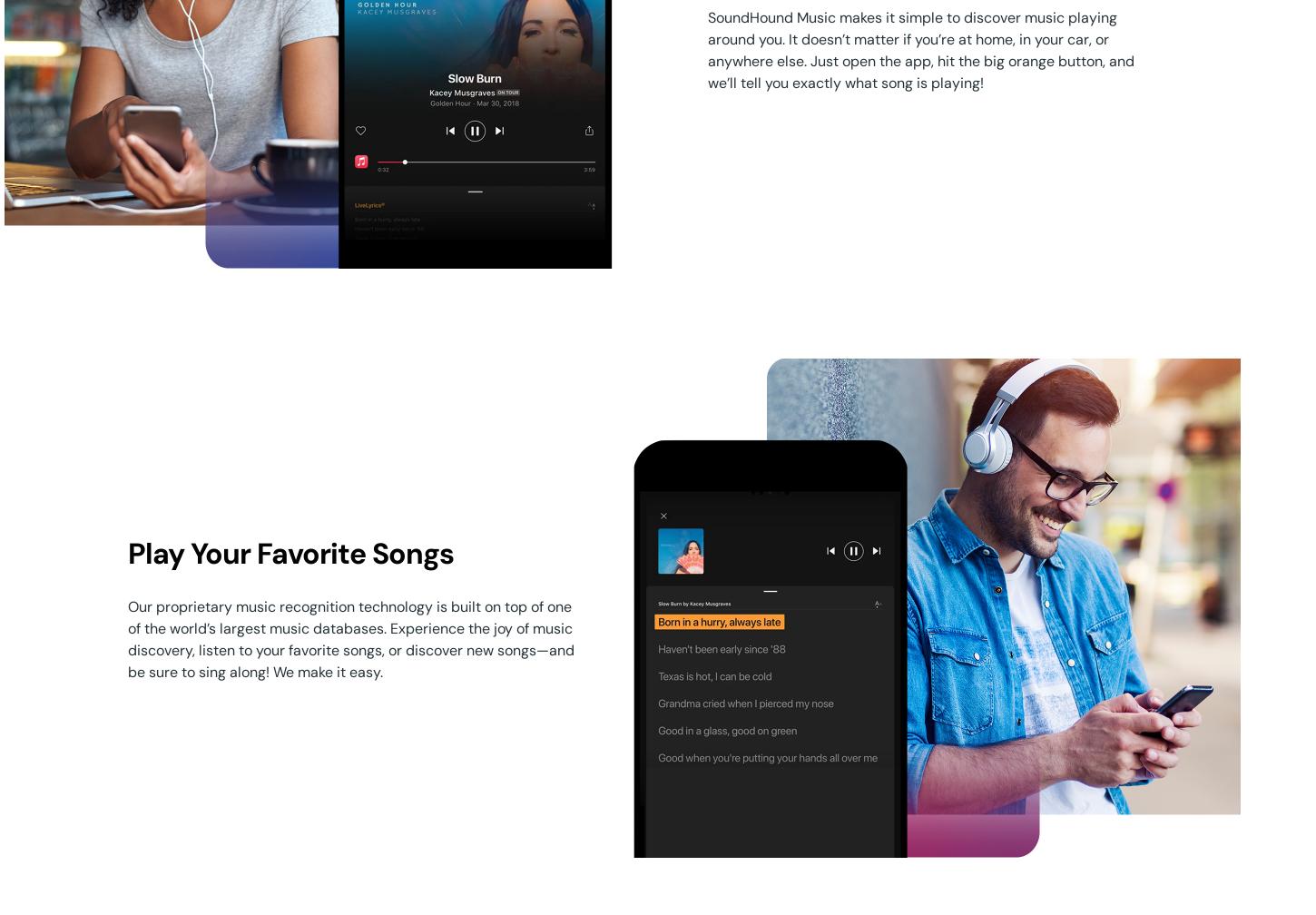 This screenshot has width=1316, height=915. I want to click on 'Contact Centers', so click(696, 530).